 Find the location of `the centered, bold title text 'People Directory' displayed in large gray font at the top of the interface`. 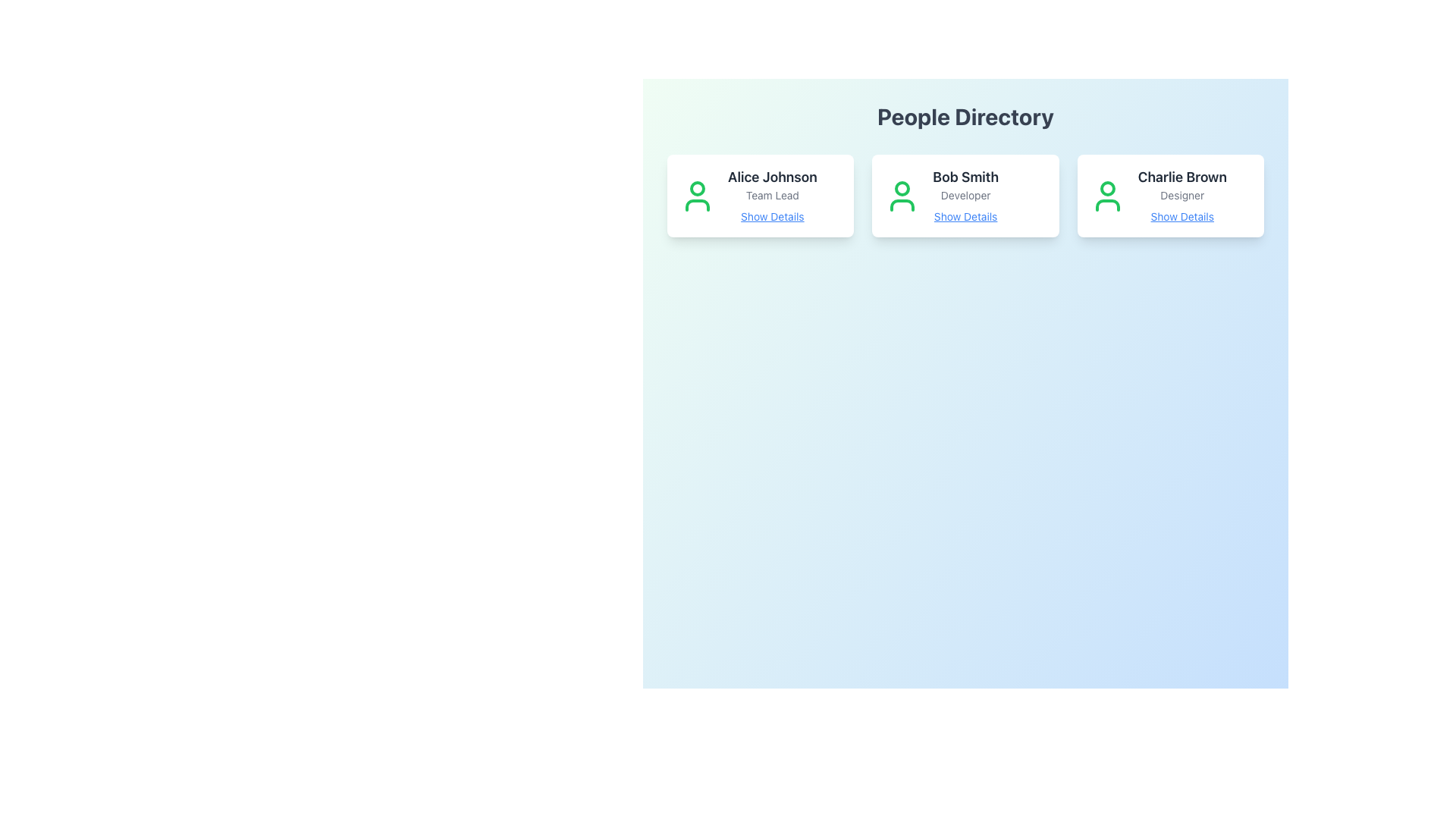

the centered, bold title text 'People Directory' displayed in large gray font at the top of the interface is located at coordinates (965, 116).